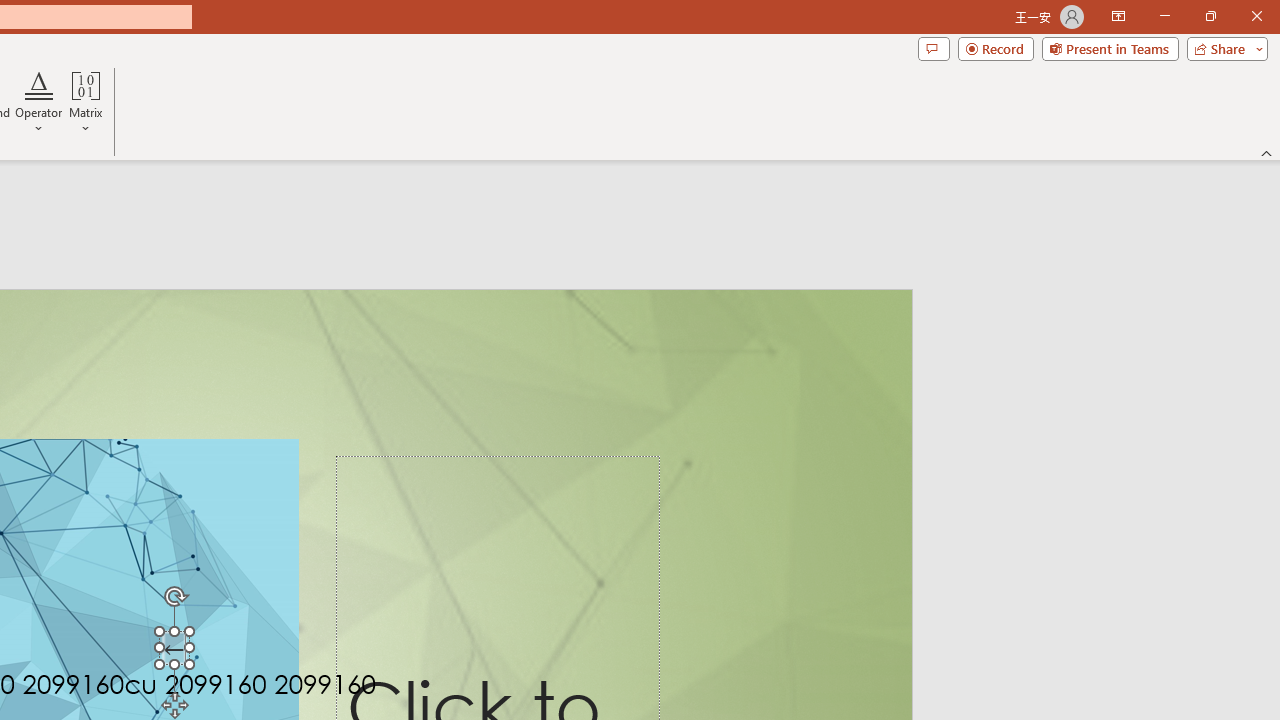 The width and height of the screenshot is (1280, 720). Describe the element at coordinates (85, 103) in the screenshot. I see `'Matrix'` at that location.